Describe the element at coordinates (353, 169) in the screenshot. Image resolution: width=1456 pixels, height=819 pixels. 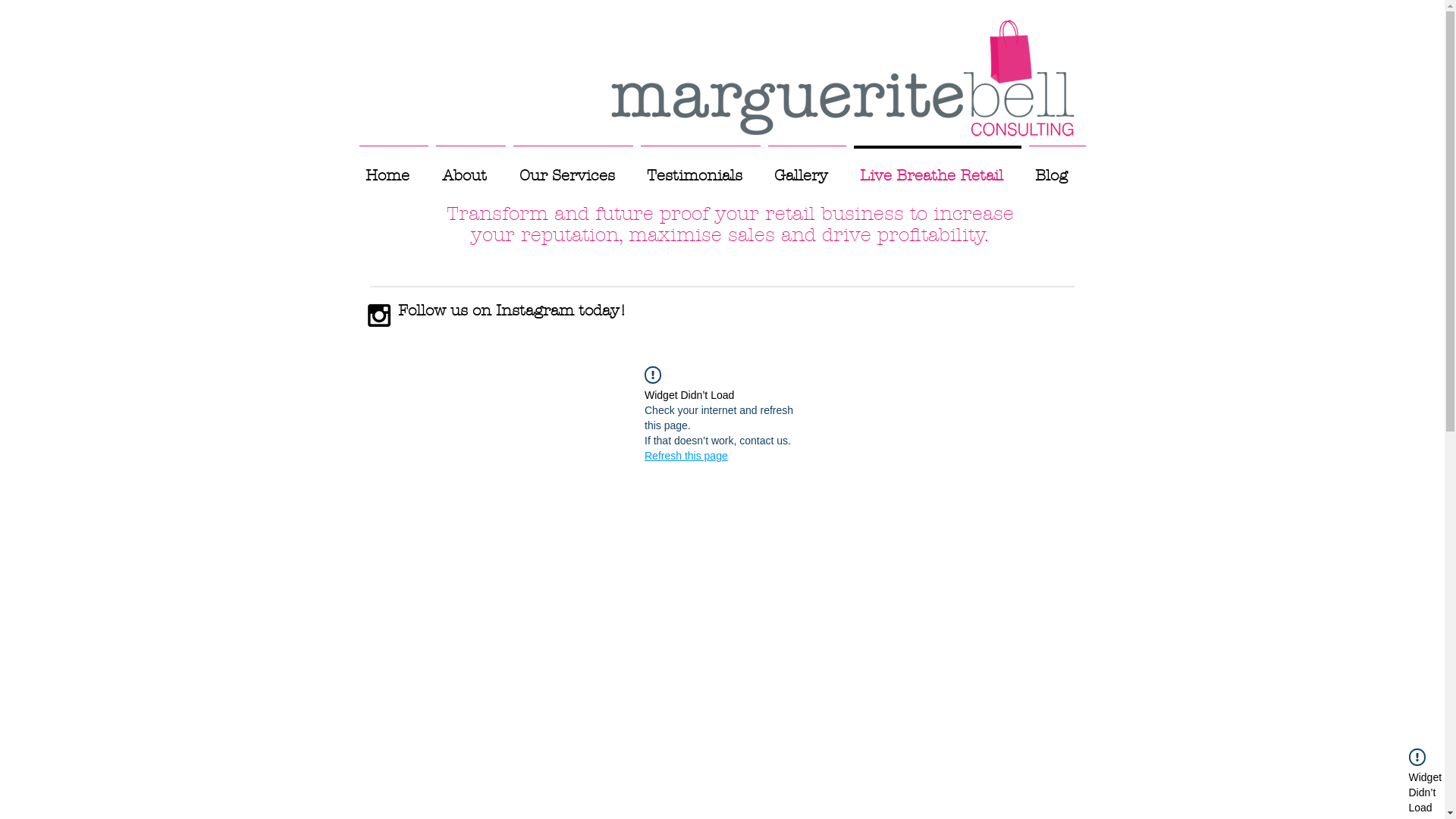
I see `'Home'` at that location.